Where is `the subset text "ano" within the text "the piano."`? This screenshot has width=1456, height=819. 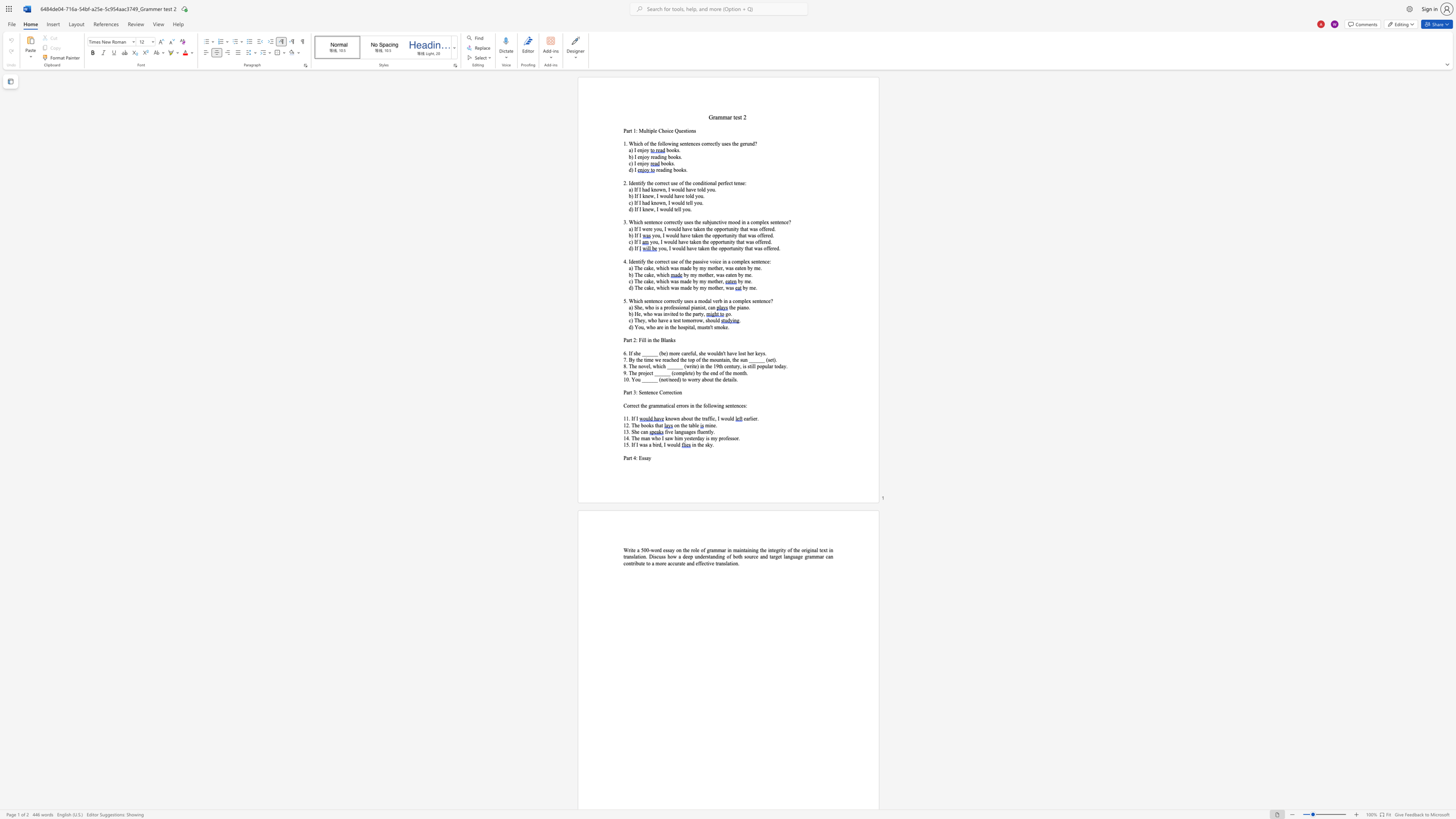 the subset text "ano" within the text "the piano." is located at coordinates (741, 307).